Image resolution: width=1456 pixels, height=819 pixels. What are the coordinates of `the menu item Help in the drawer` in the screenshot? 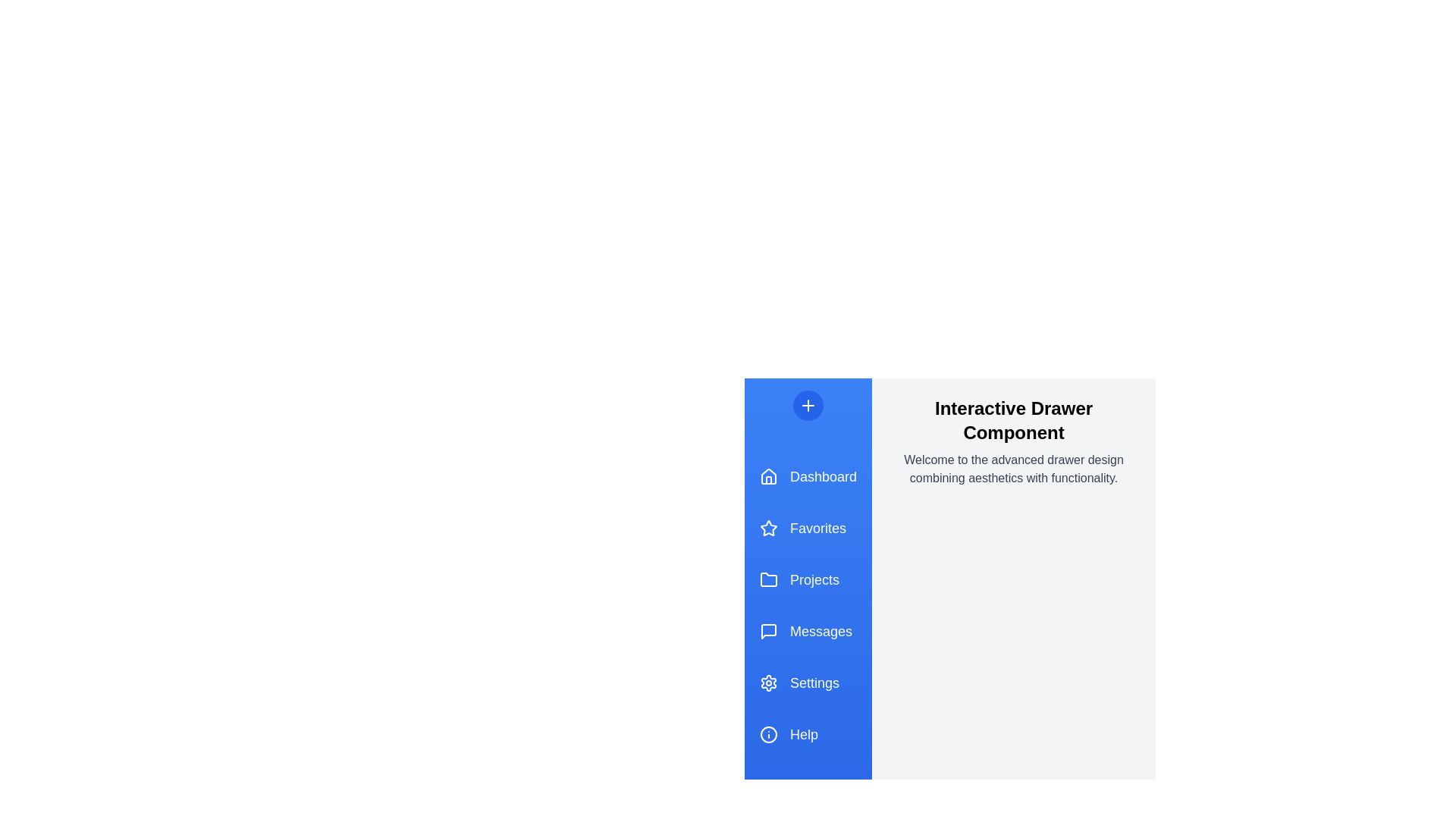 It's located at (807, 733).